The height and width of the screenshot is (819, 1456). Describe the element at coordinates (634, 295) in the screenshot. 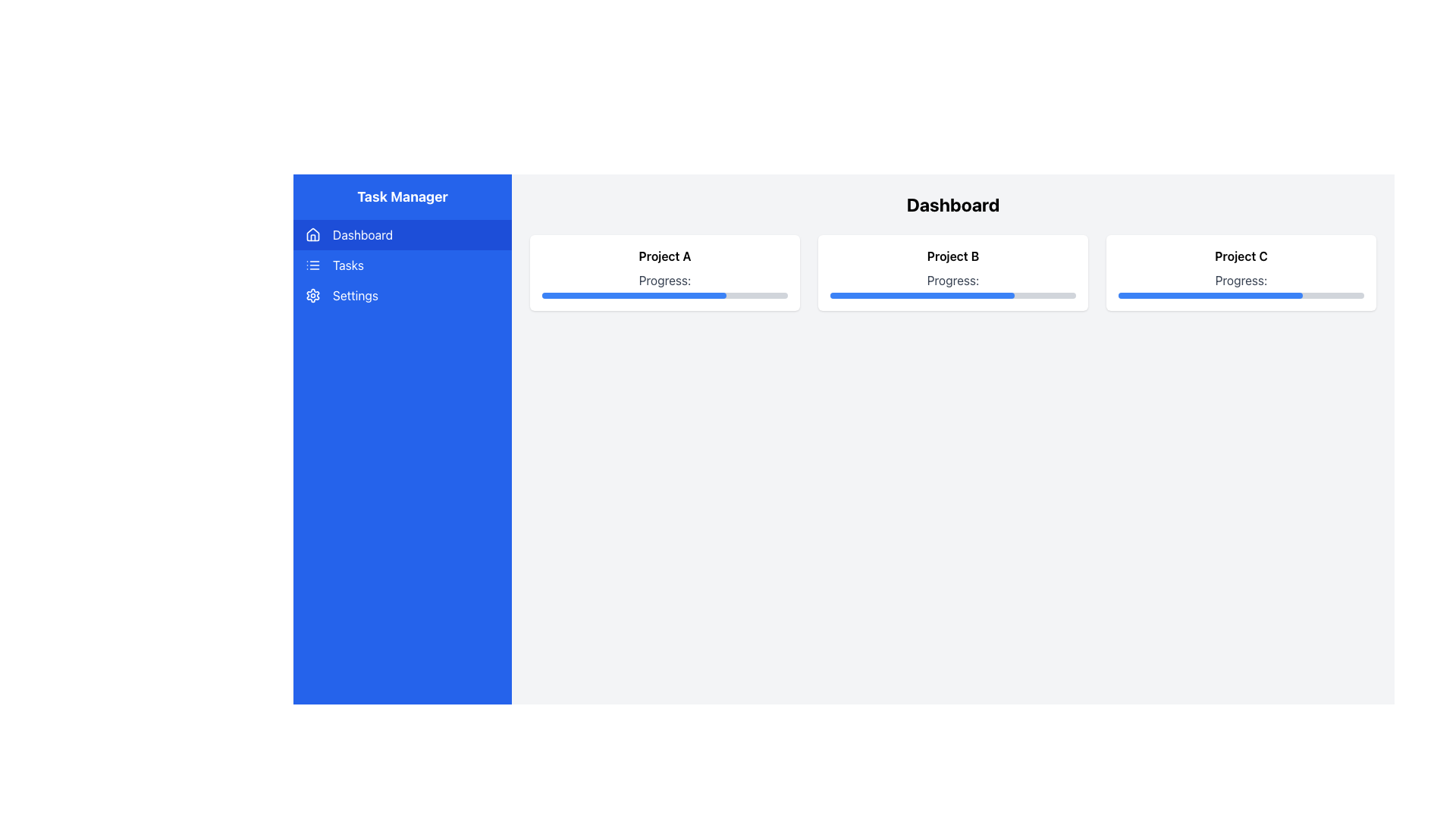

I see `the Progress Indicator for 'Project A' located in the dashboard section, which visually represents the progress of the project` at that location.